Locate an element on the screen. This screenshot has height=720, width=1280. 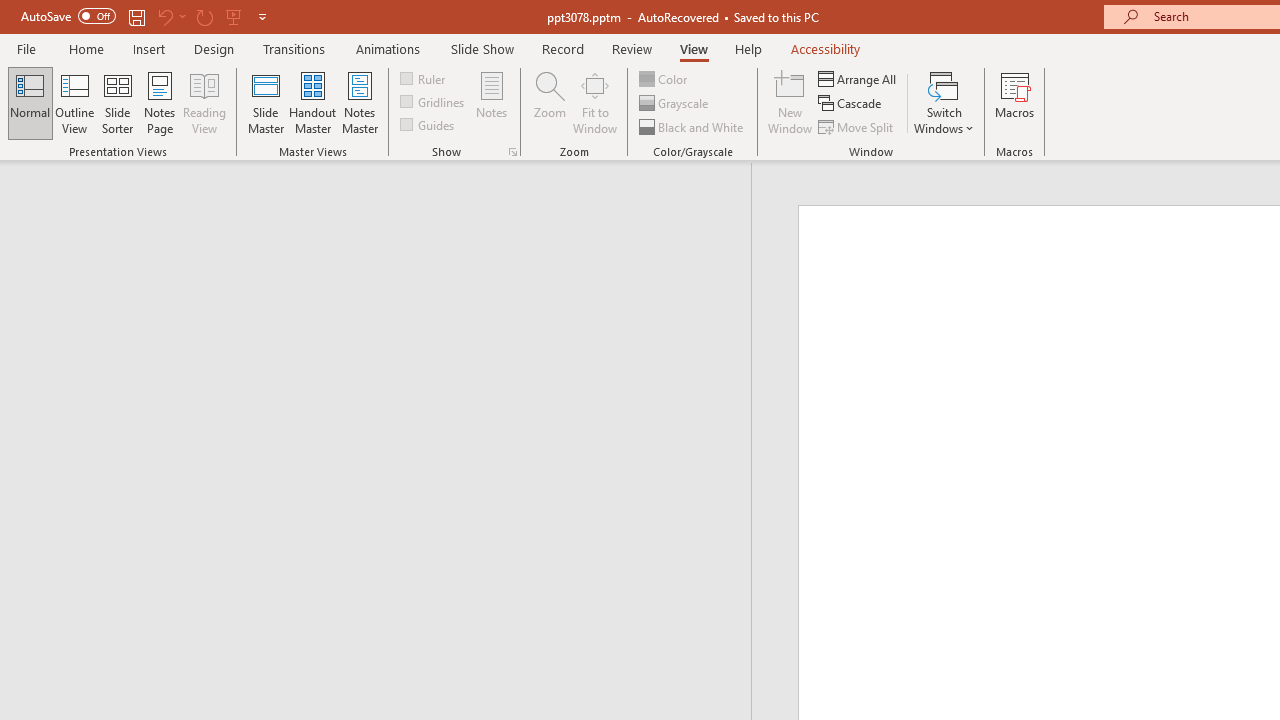
'Notes Page' is located at coordinates (160, 103).